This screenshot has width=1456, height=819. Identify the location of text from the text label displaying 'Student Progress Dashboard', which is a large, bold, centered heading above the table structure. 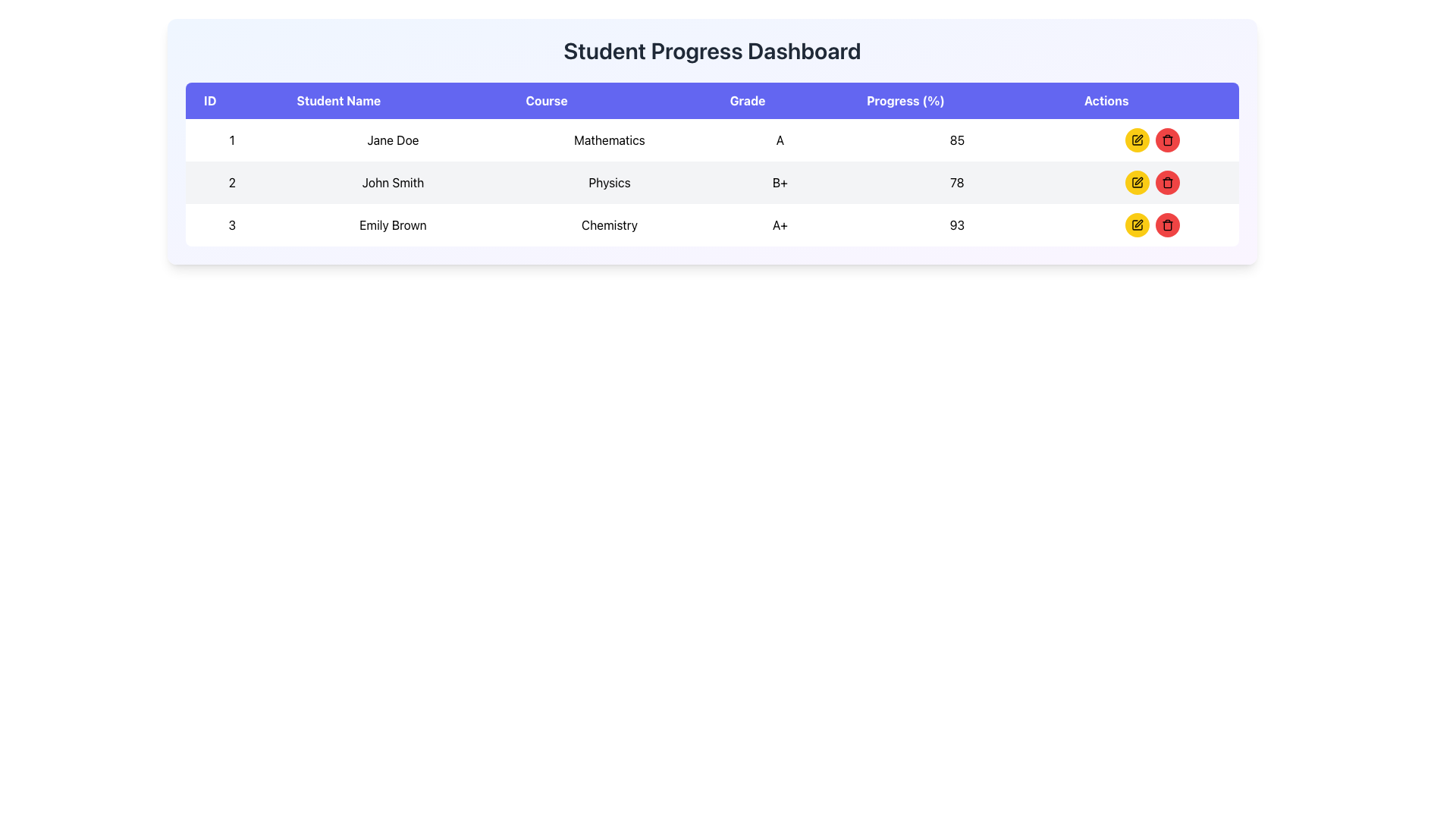
(711, 49).